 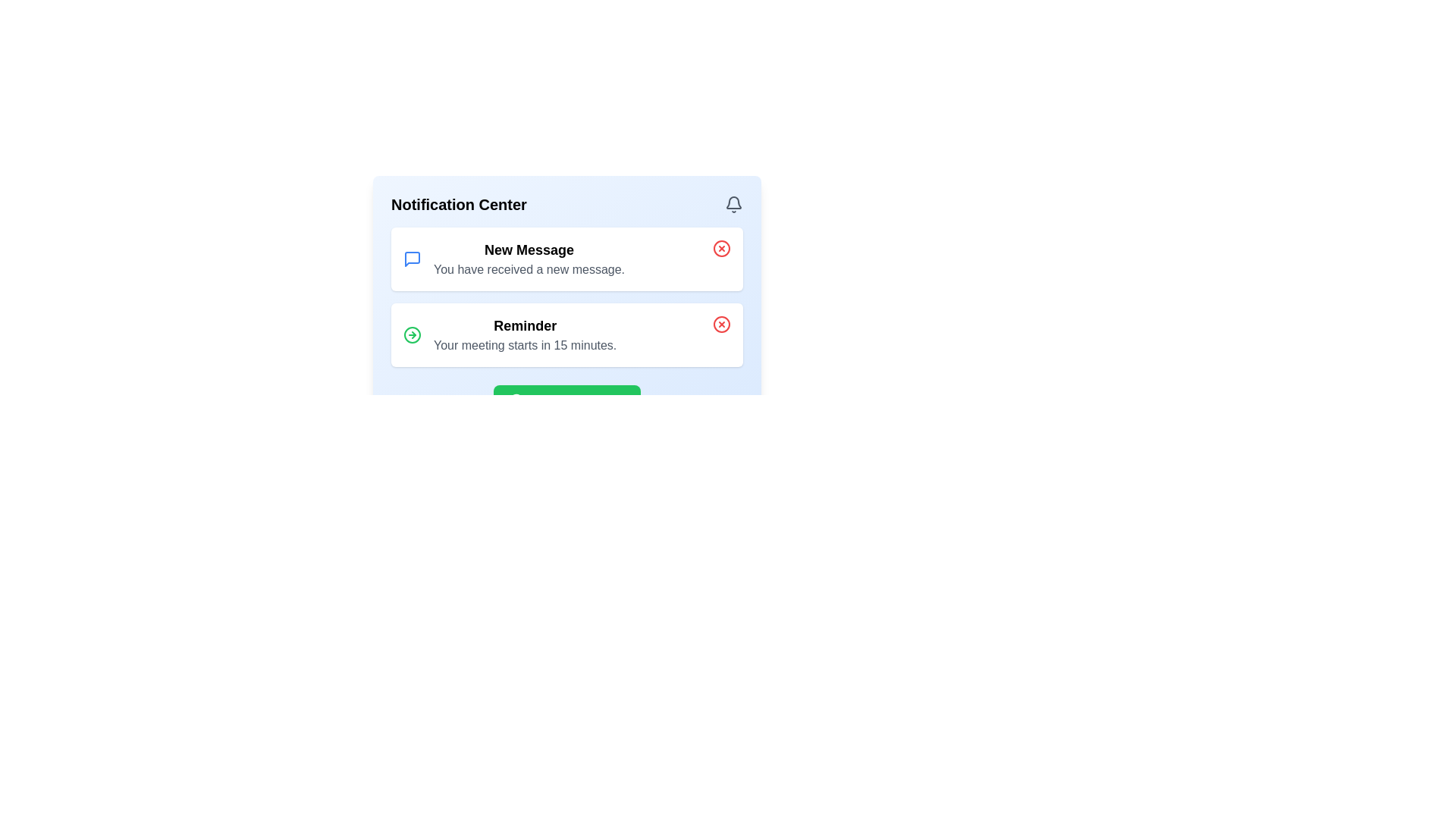 What do you see at coordinates (566, 400) in the screenshot?
I see `the button that marks all notifications as read, located at the bottom of the notification card` at bounding box center [566, 400].